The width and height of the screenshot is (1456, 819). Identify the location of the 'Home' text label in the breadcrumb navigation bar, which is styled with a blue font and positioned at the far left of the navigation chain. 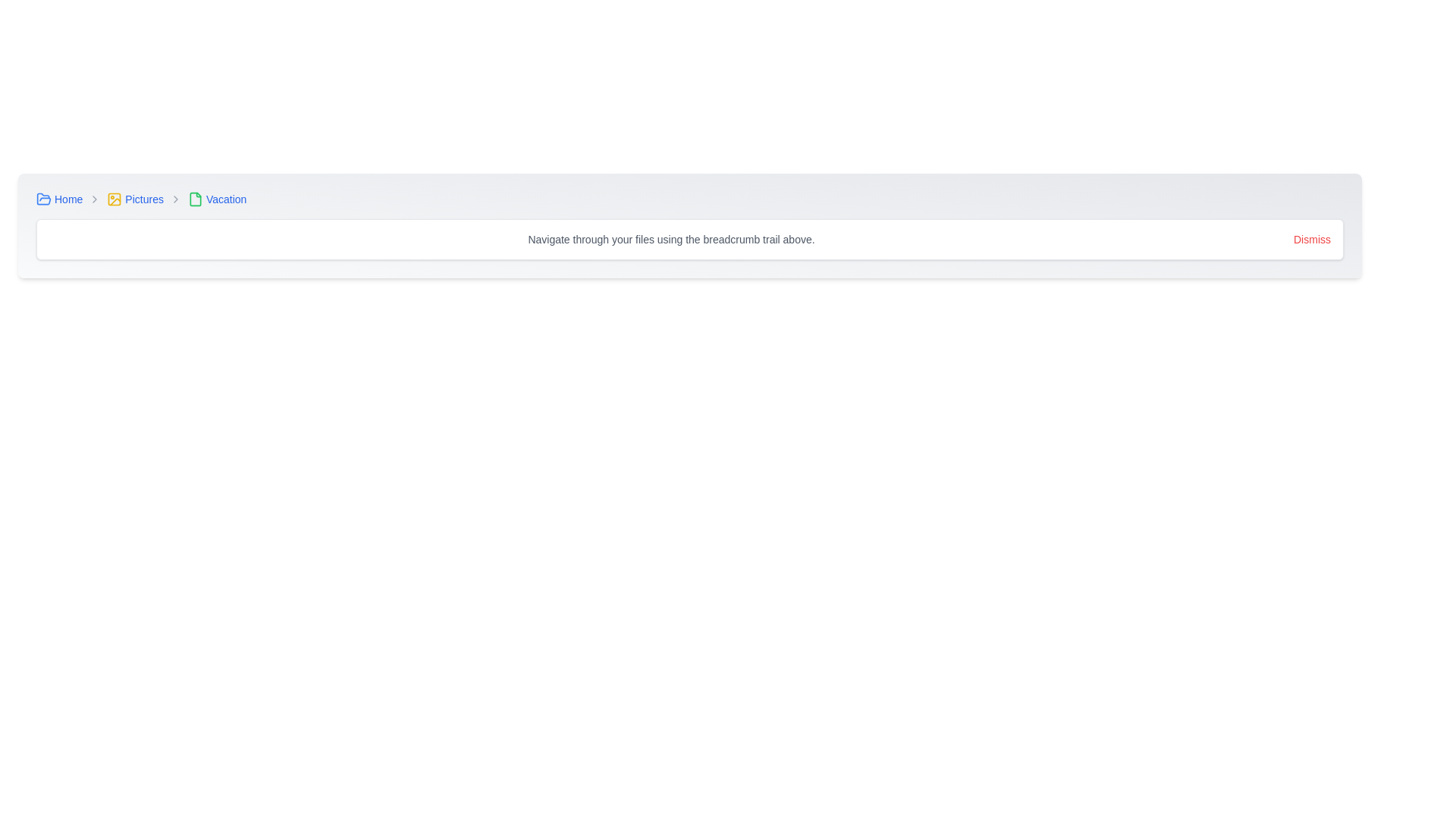
(67, 198).